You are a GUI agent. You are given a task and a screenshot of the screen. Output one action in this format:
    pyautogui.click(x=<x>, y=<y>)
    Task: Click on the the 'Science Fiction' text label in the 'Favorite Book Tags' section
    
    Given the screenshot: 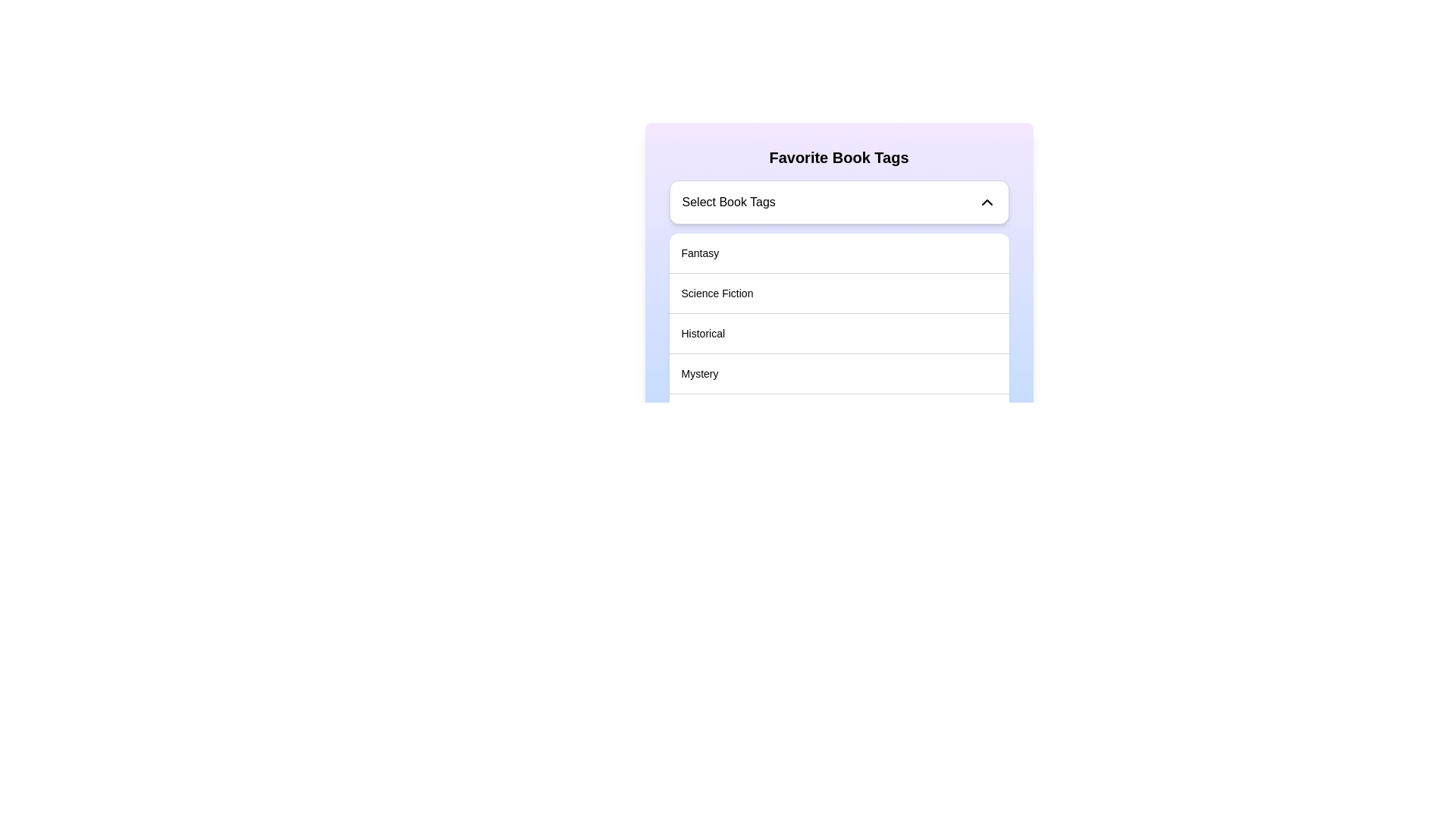 What is the action you would take?
    pyautogui.click(x=716, y=293)
    